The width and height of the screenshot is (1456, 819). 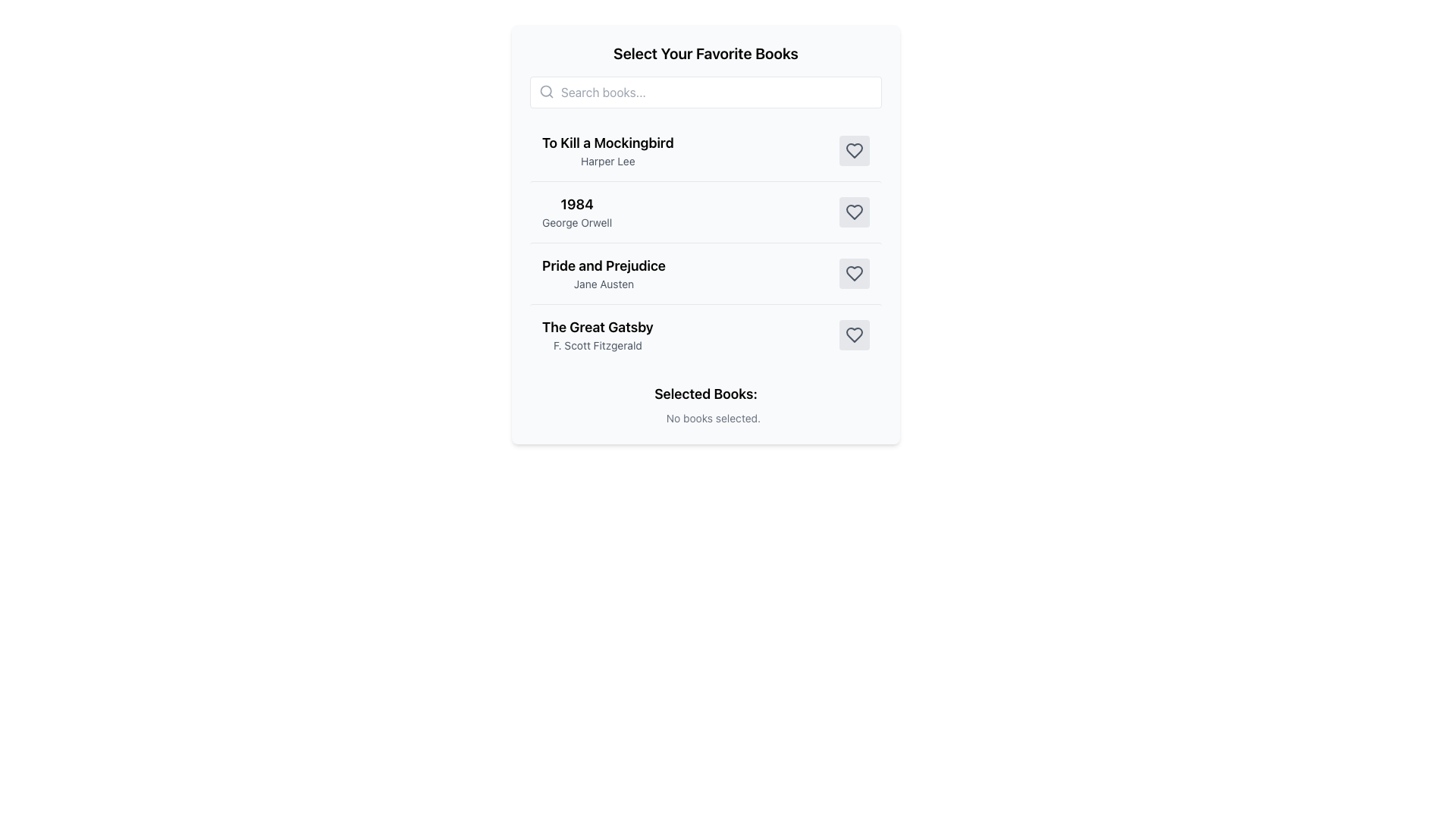 What do you see at coordinates (705, 273) in the screenshot?
I see `the list item displaying 'Pride and Prejudice' by Jane Austen to view more details about the book` at bounding box center [705, 273].